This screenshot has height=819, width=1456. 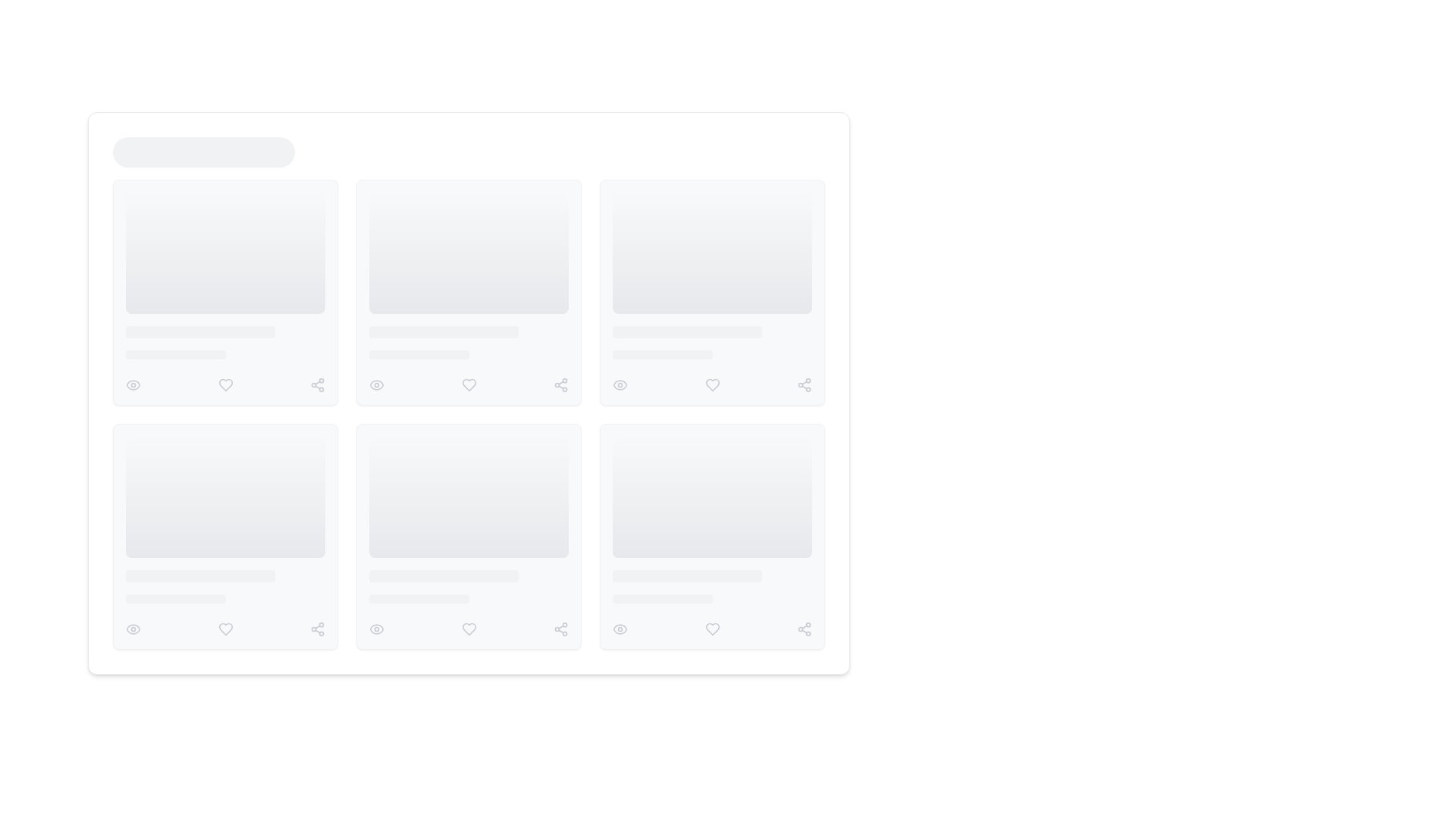 What do you see at coordinates (620, 629) in the screenshot?
I see `the eye icon located in the bottom-right corner of the grid card` at bounding box center [620, 629].